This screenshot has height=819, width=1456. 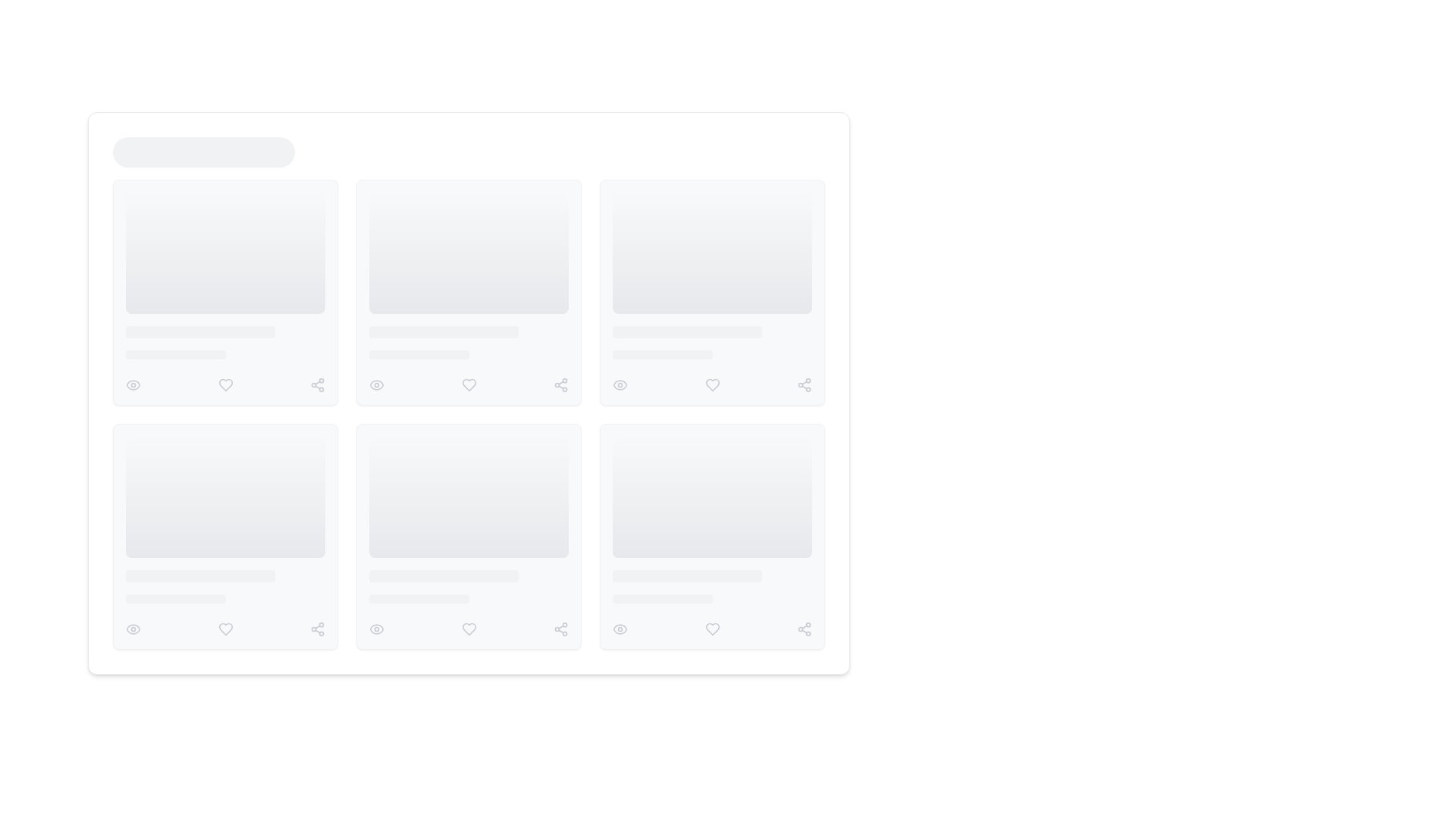 What do you see at coordinates (620, 629) in the screenshot?
I see `the eye icon located in the bottom-right corner of the grid card` at bounding box center [620, 629].